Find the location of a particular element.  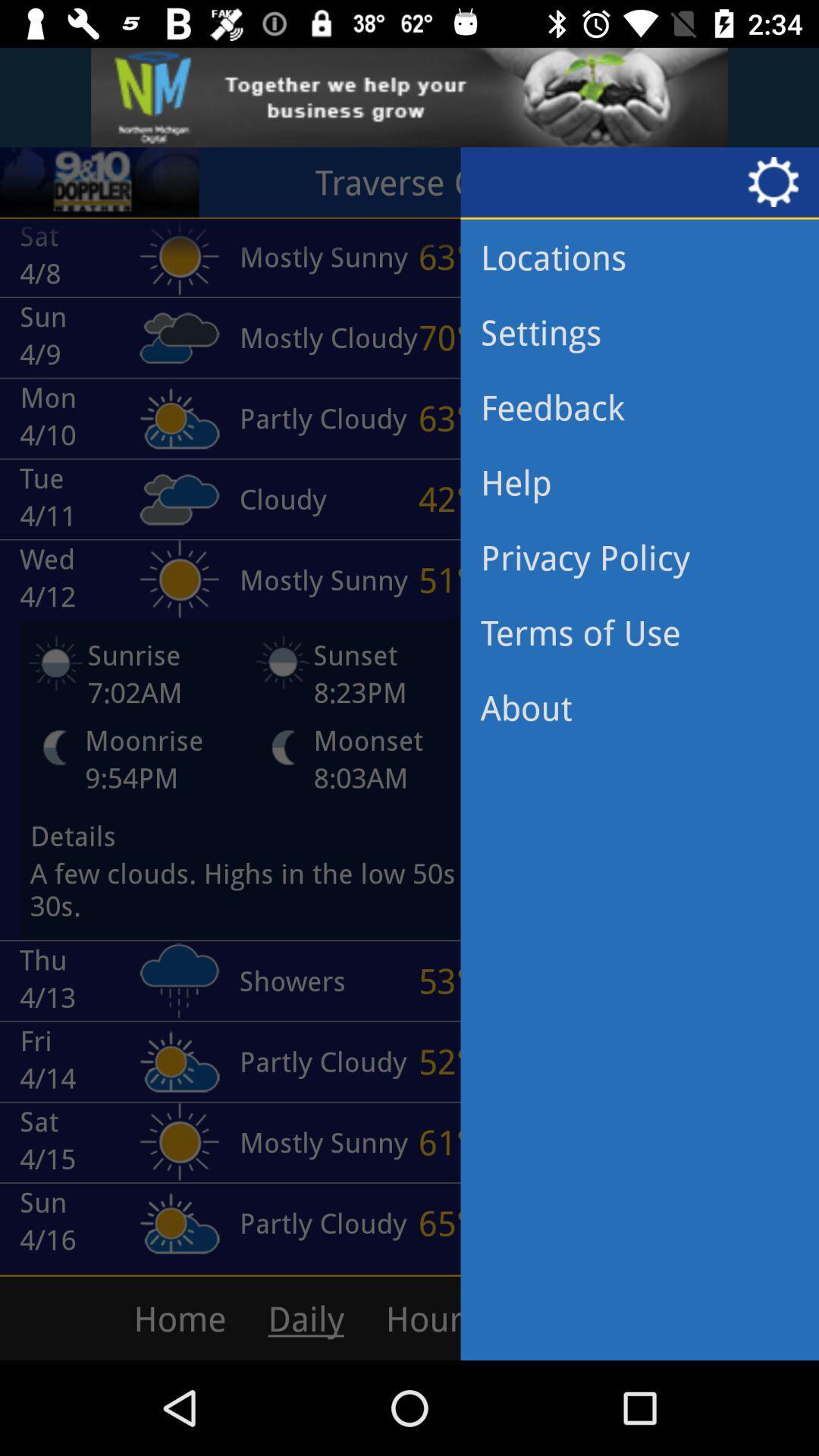

mon 410 is located at coordinates (109, 418).